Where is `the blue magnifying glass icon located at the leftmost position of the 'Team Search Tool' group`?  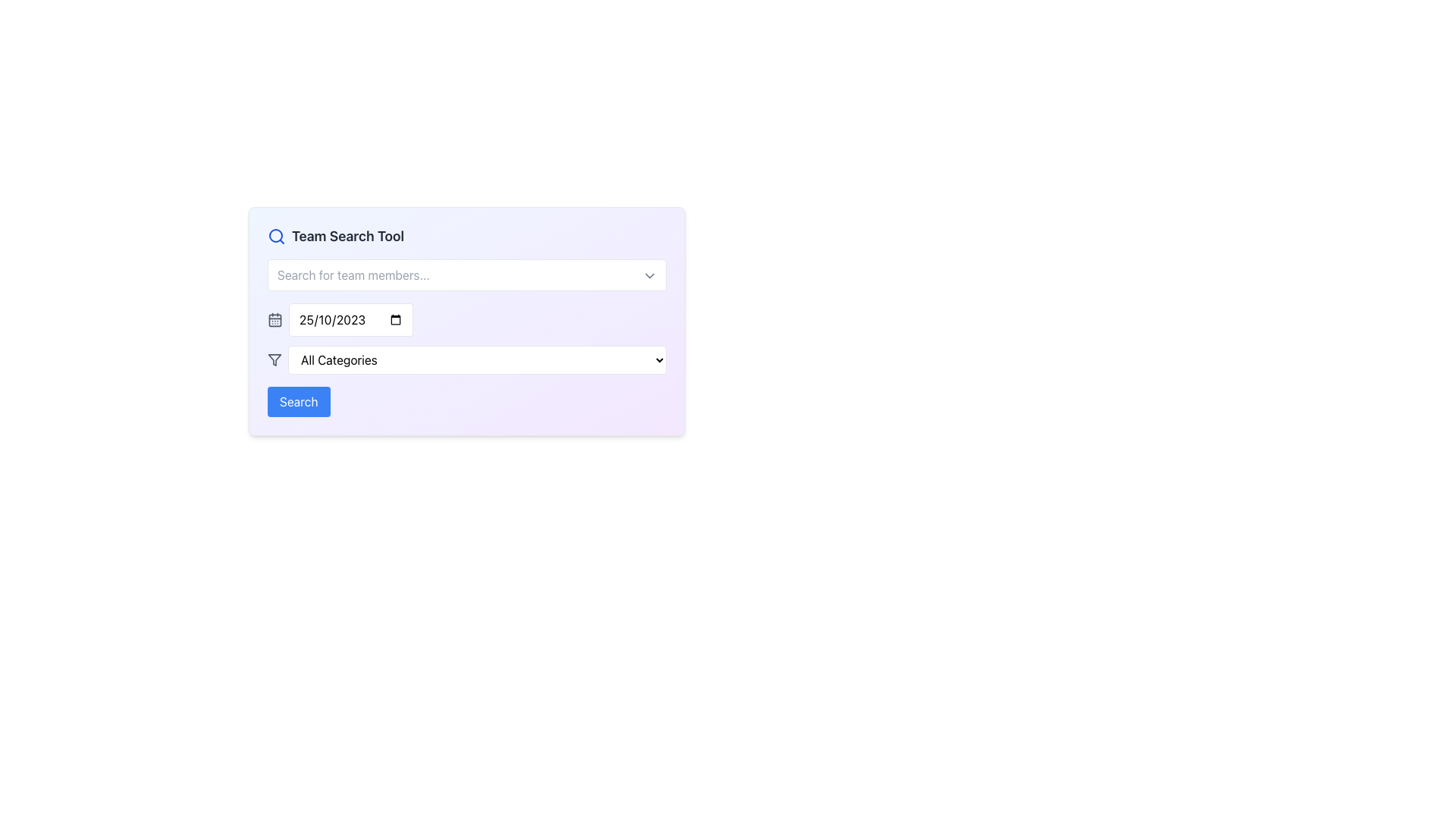
the blue magnifying glass icon located at the leftmost position of the 'Team Search Tool' group is located at coordinates (276, 237).